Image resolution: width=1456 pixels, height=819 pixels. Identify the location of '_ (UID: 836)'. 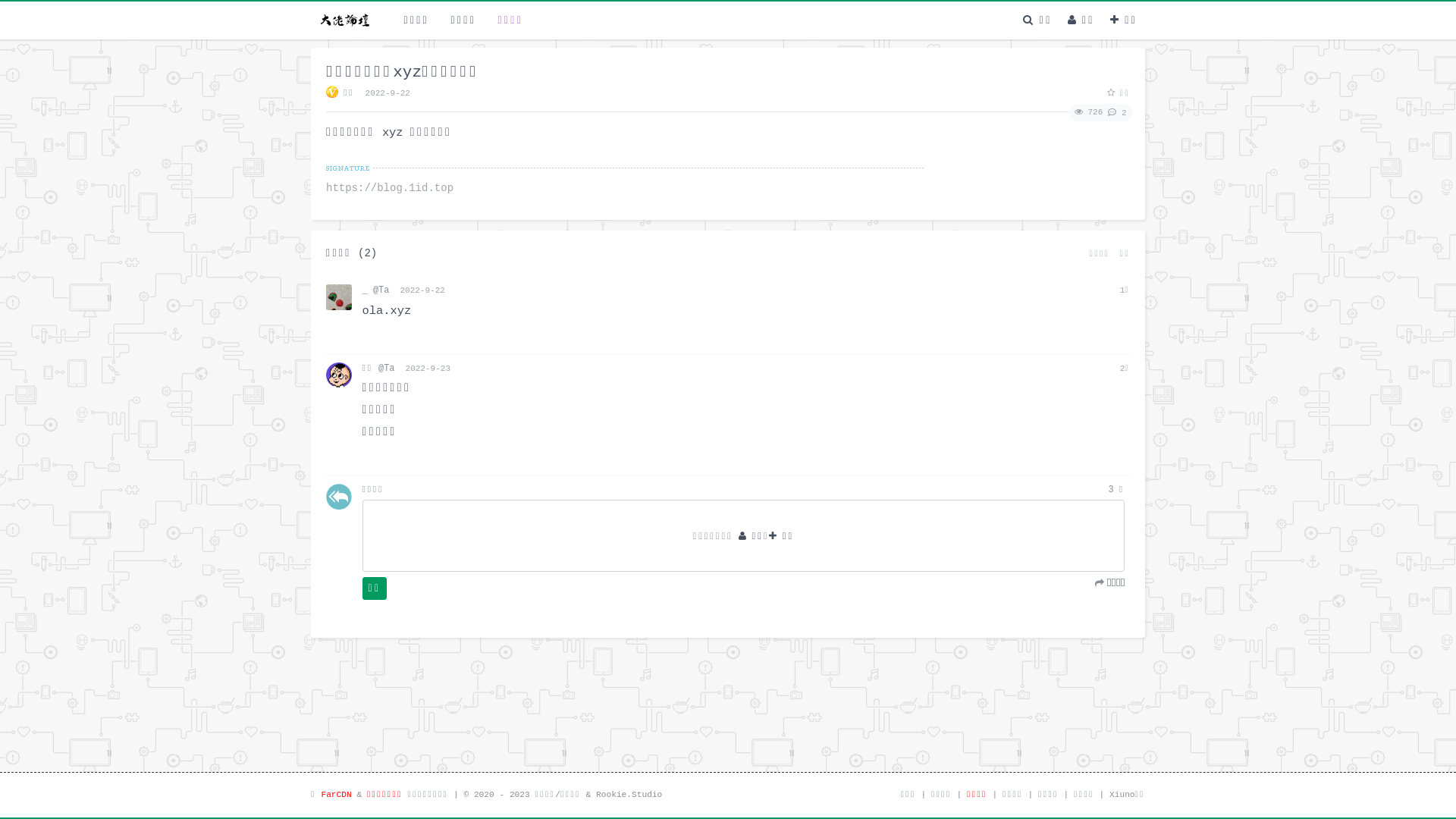
(325, 297).